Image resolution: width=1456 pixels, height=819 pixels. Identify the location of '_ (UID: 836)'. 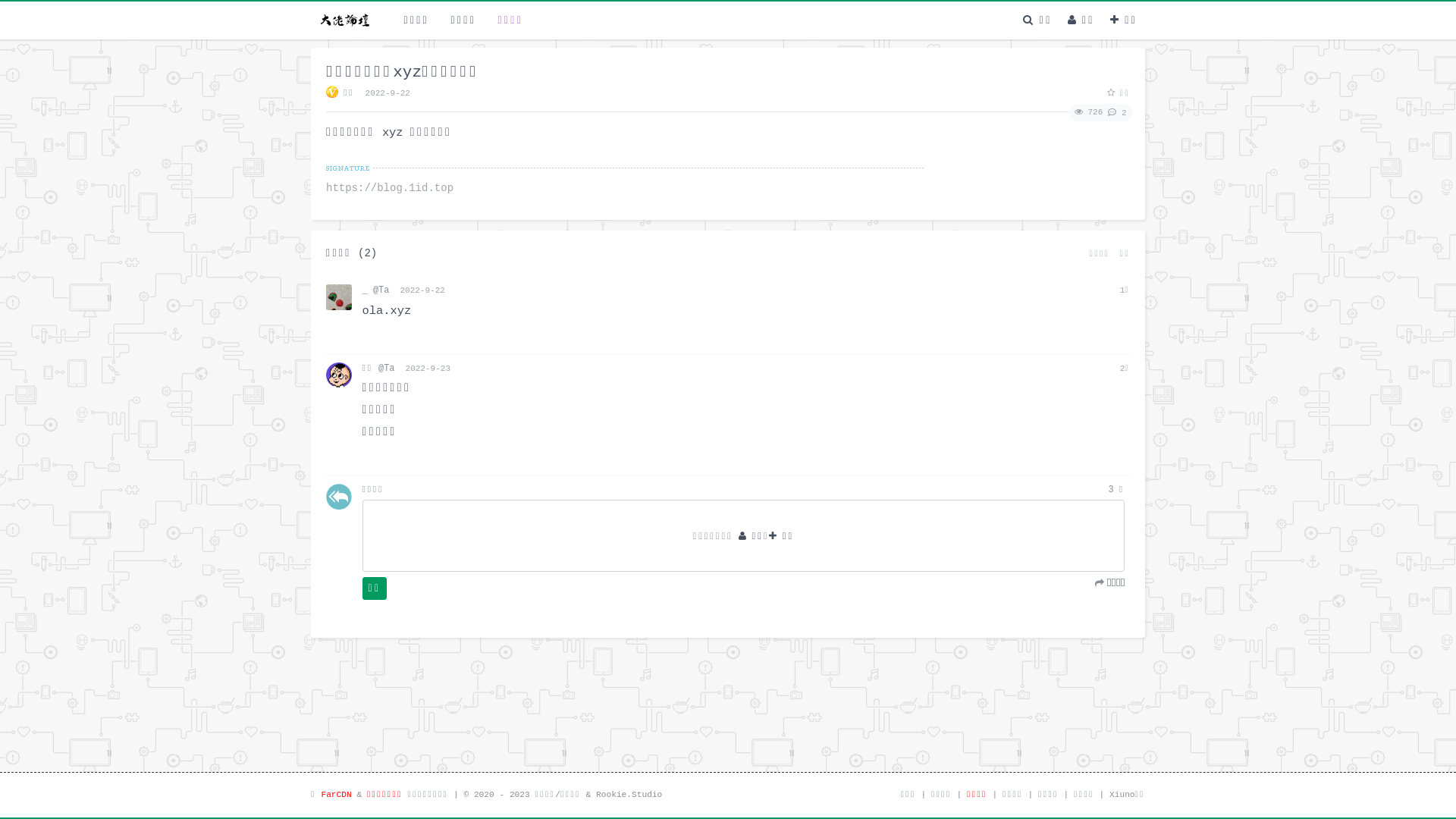
(325, 297).